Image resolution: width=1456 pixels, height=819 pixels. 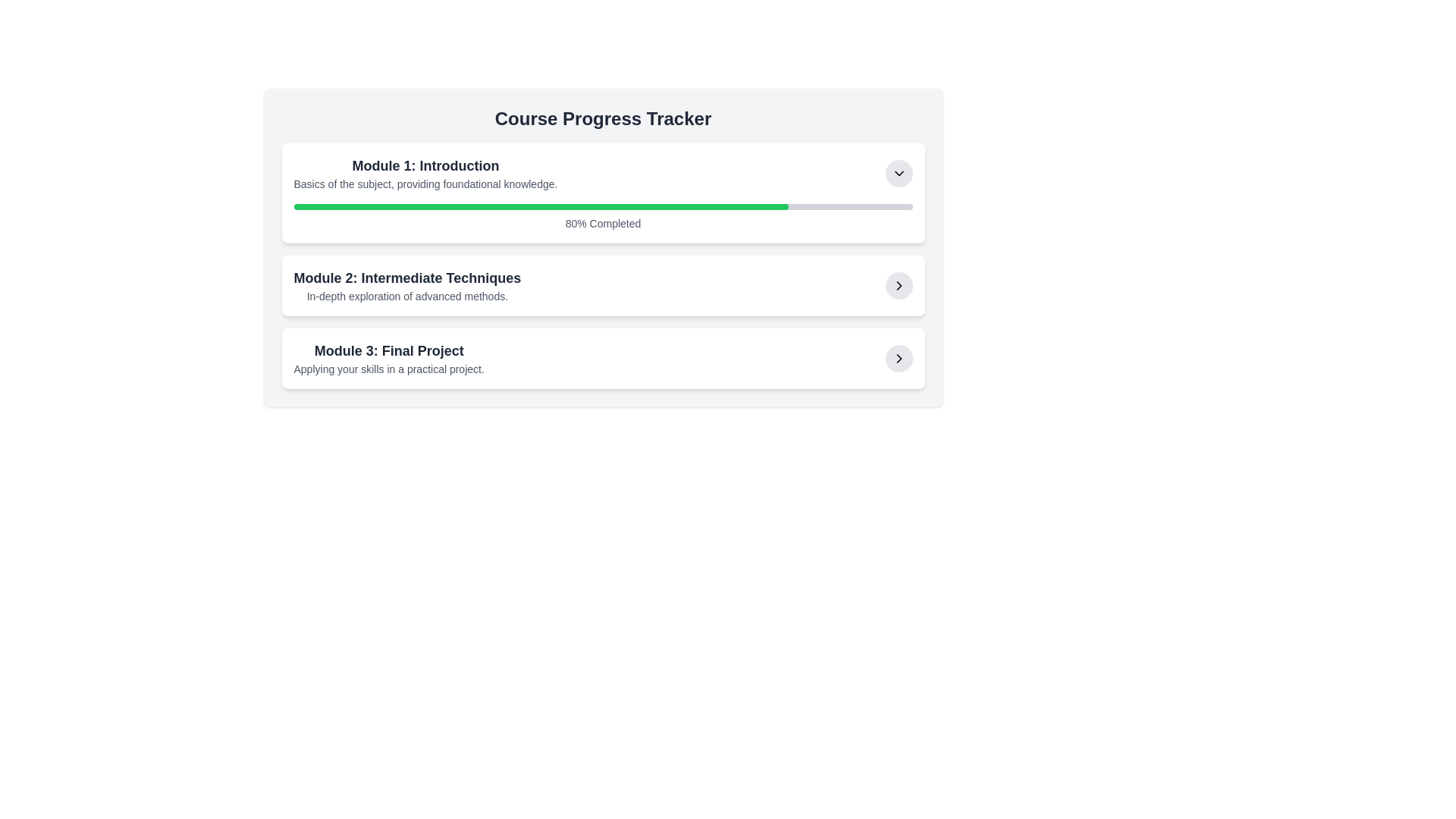 What do you see at coordinates (425, 184) in the screenshot?
I see `the area surrounding the text element that provides additional details about 'Module 1: Introduction', located below its title` at bounding box center [425, 184].